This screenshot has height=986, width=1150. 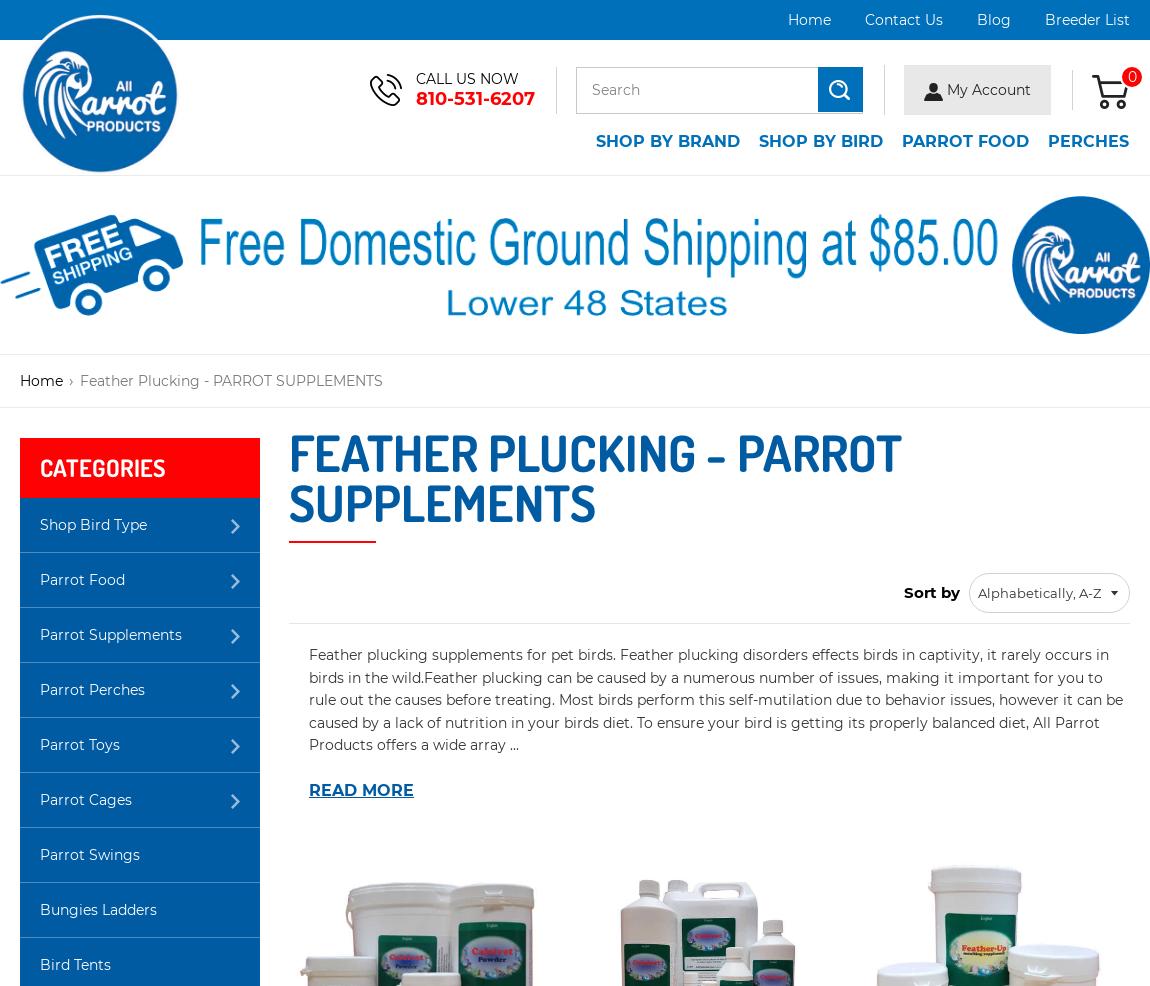 What do you see at coordinates (39, 524) in the screenshot?
I see `'Shop Bird Type'` at bounding box center [39, 524].